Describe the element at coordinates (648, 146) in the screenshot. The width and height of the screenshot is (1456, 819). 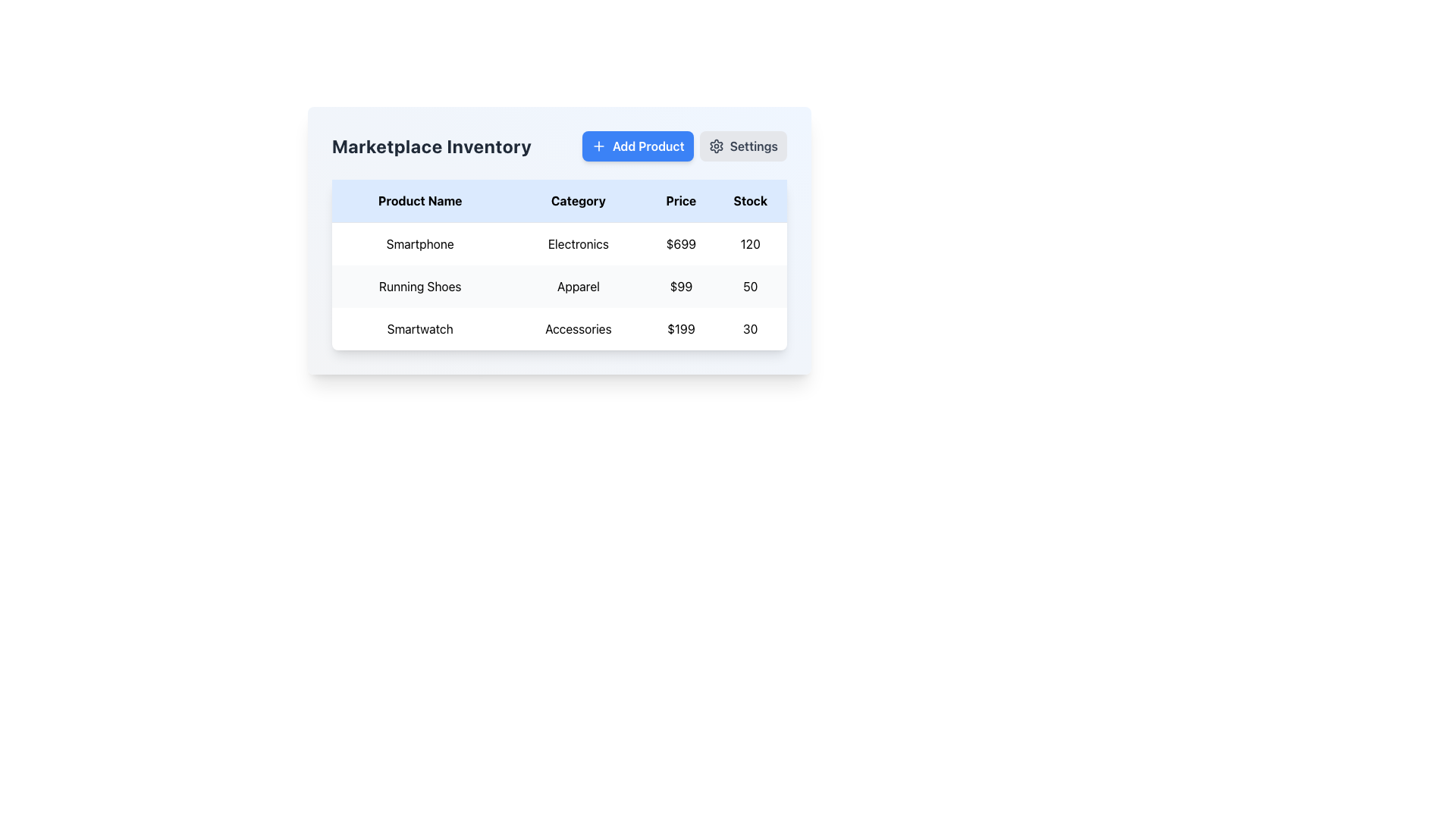
I see `text label 'Add Product' displayed within the button located in the upper area of the interface, next to the settings icon` at that location.